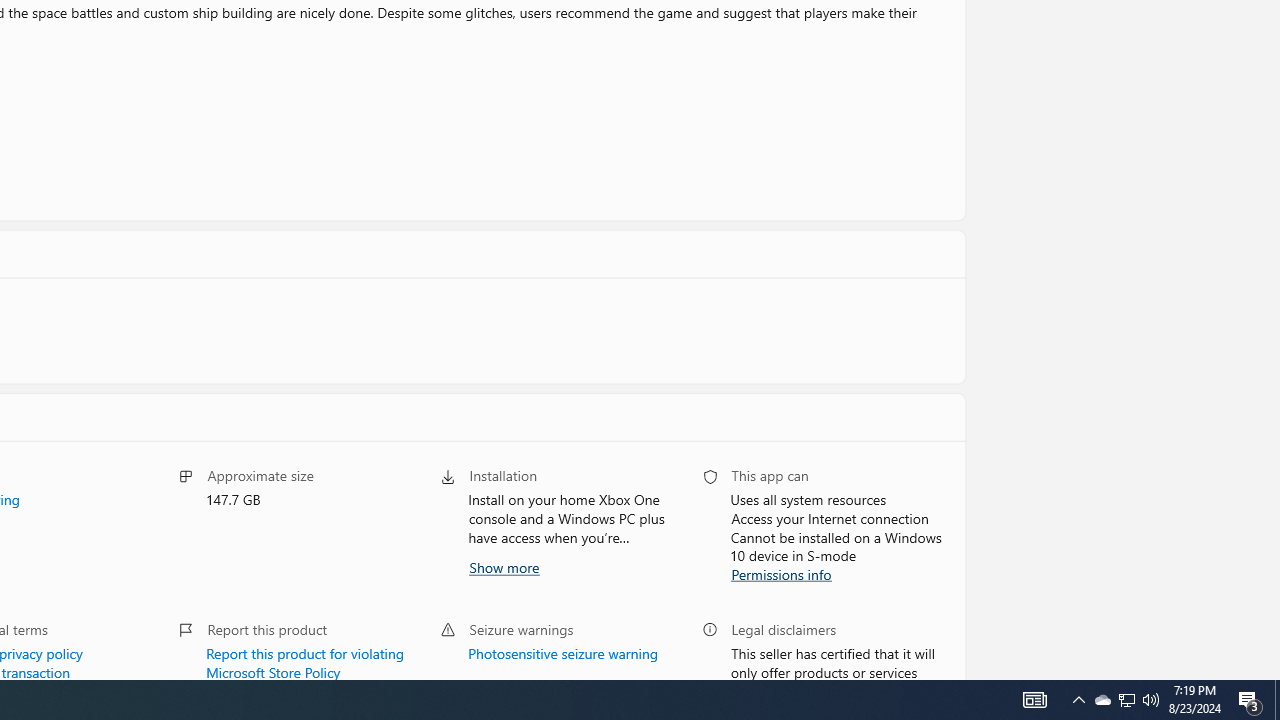  What do you see at coordinates (503, 566) in the screenshot?
I see `'Show more'` at bounding box center [503, 566].